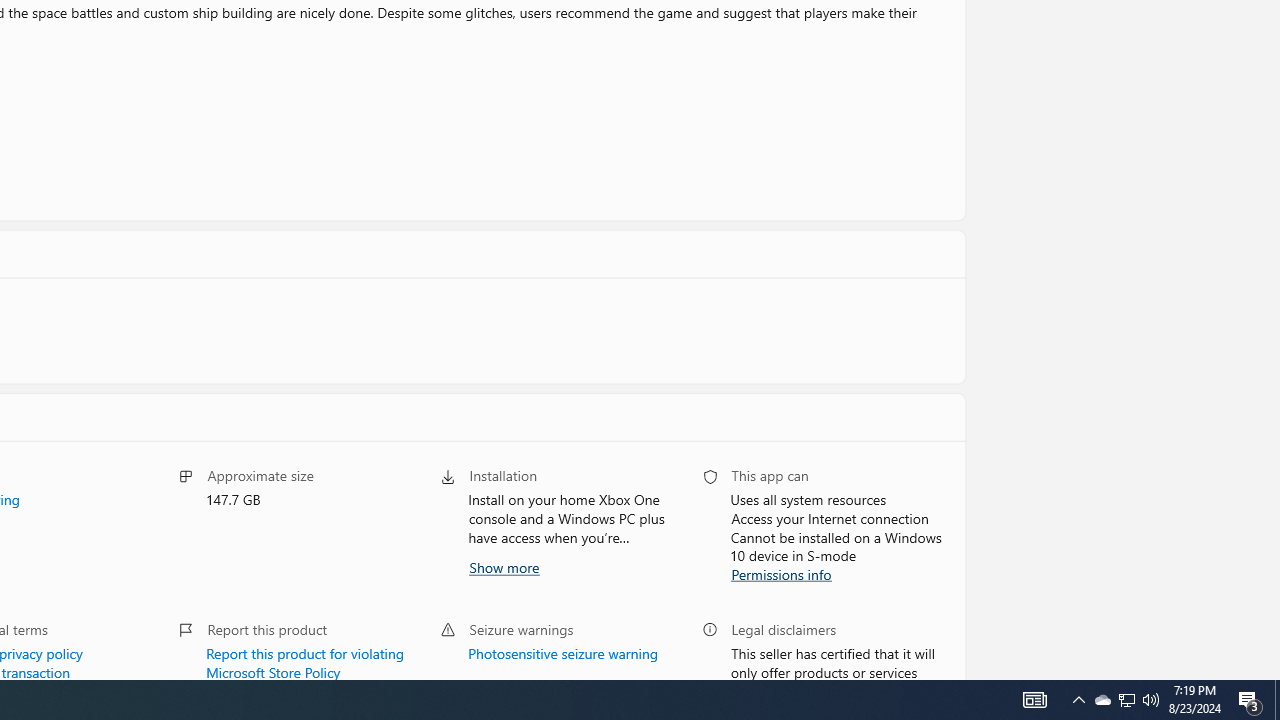  What do you see at coordinates (503, 566) in the screenshot?
I see `'Show more'` at bounding box center [503, 566].